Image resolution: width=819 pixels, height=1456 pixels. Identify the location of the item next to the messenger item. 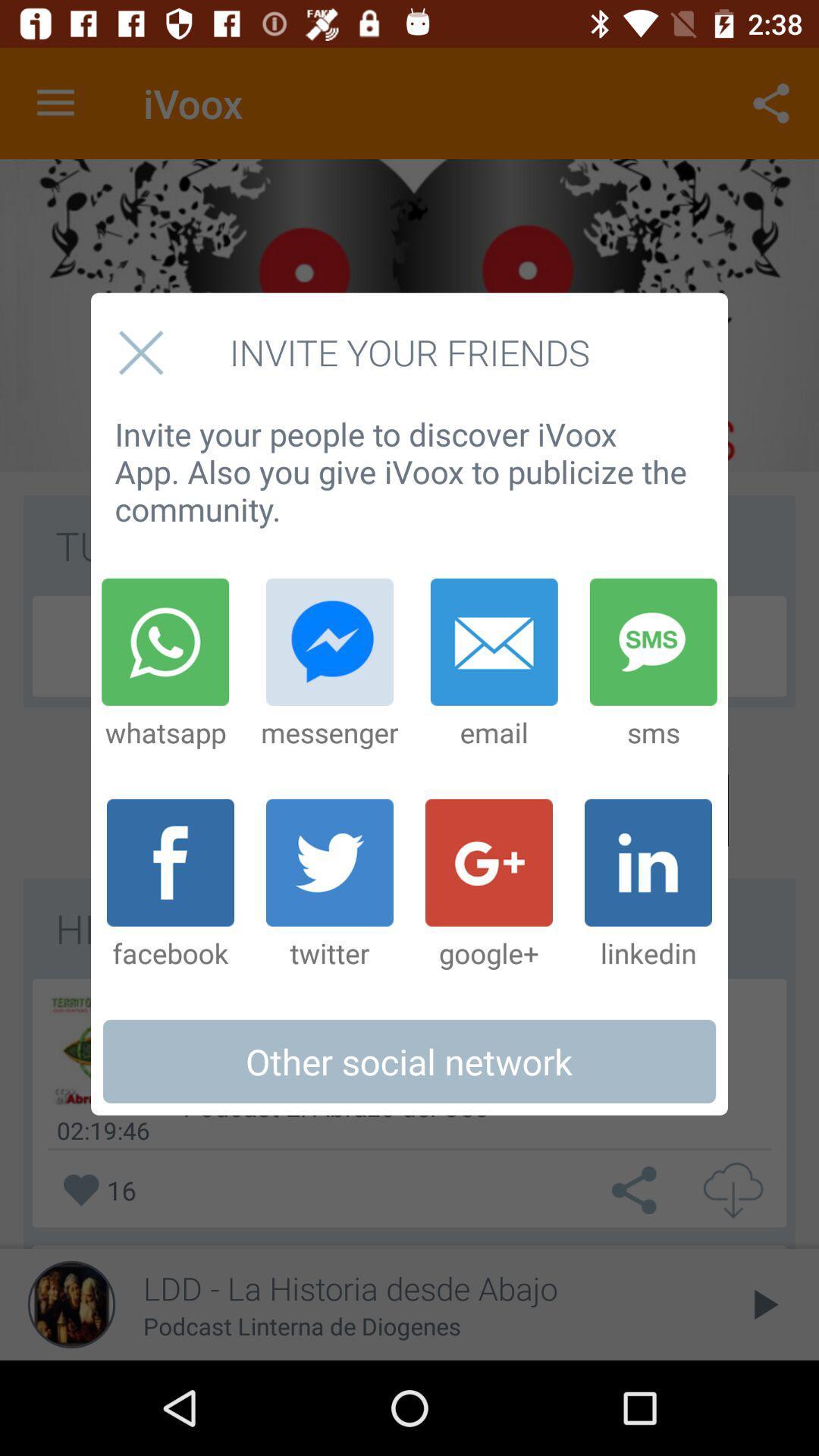
(494, 664).